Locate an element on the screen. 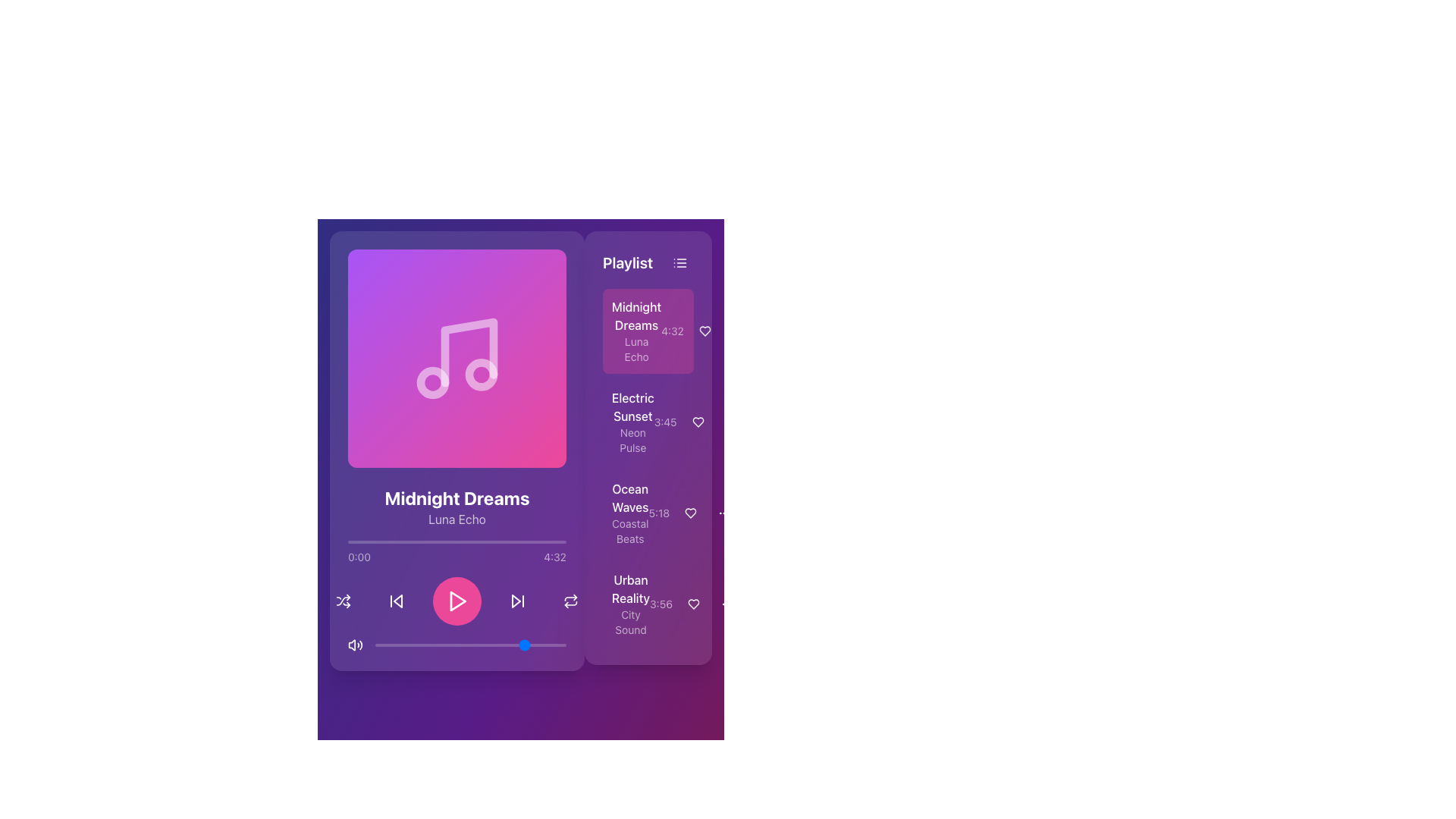 The image size is (1456, 819). second circle in the graphical music icon located on the left section of the UI for design details is located at coordinates (480, 374).